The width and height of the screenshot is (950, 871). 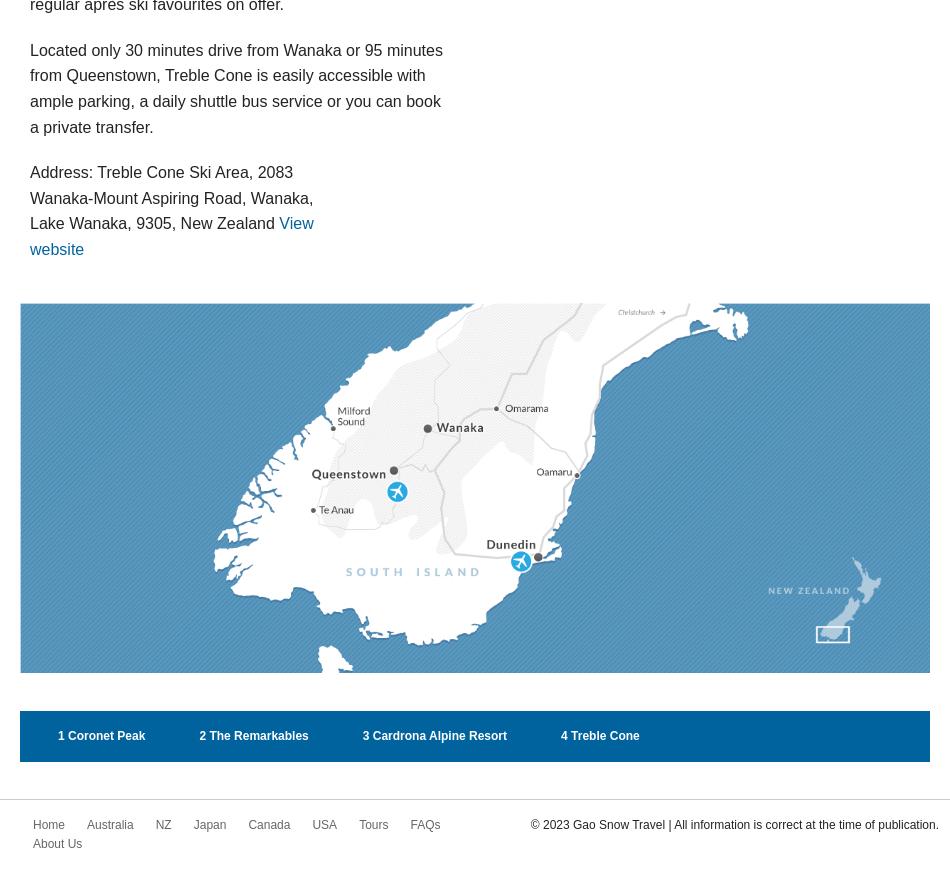 What do you see at coordinates (49, 823) in the screenshot?
I see `'Home'` at bounding box center [49, 823].